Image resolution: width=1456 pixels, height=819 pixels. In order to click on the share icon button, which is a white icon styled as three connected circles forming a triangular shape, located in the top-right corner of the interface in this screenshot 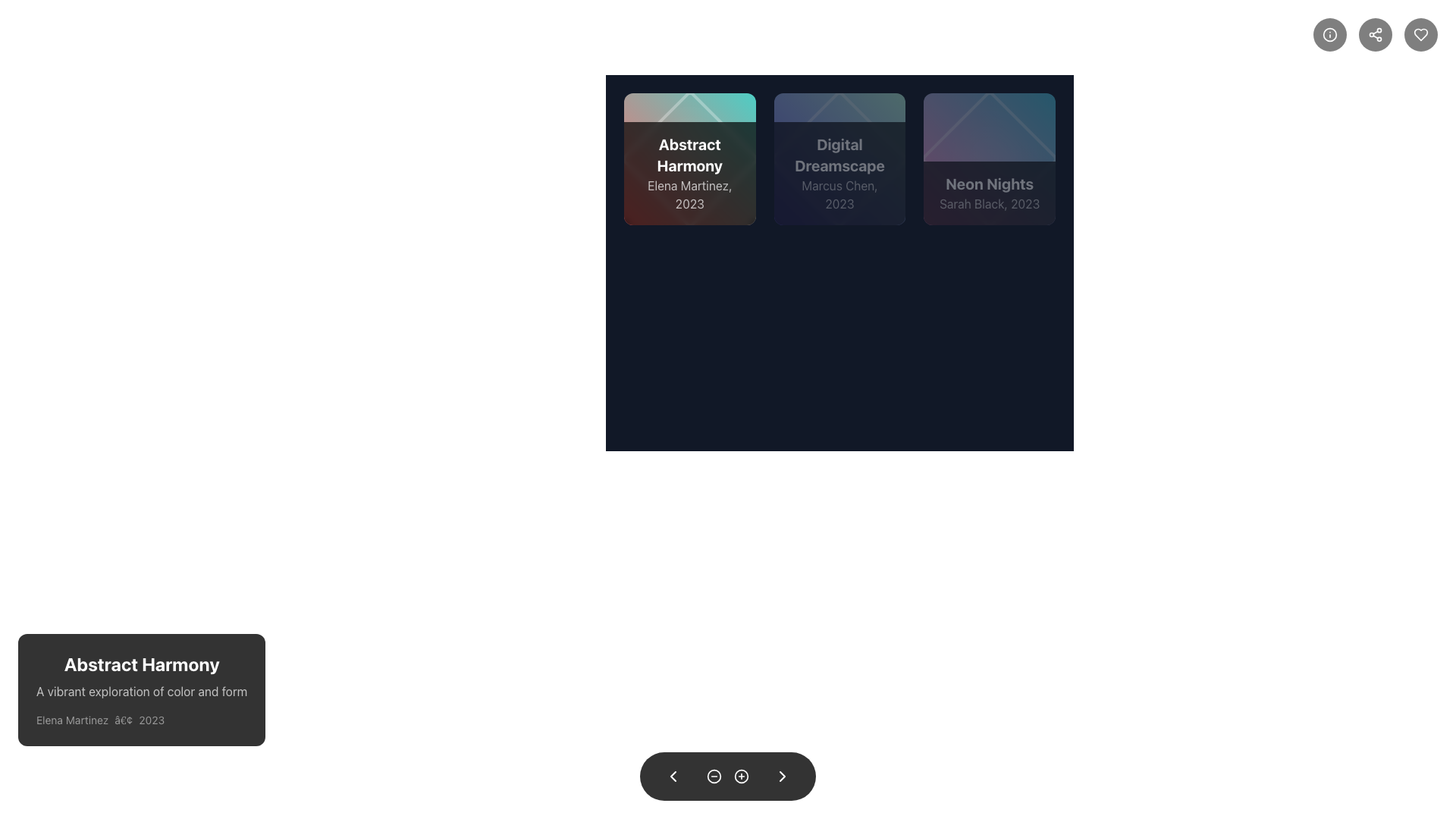, I will do `click(1376, 34)`.